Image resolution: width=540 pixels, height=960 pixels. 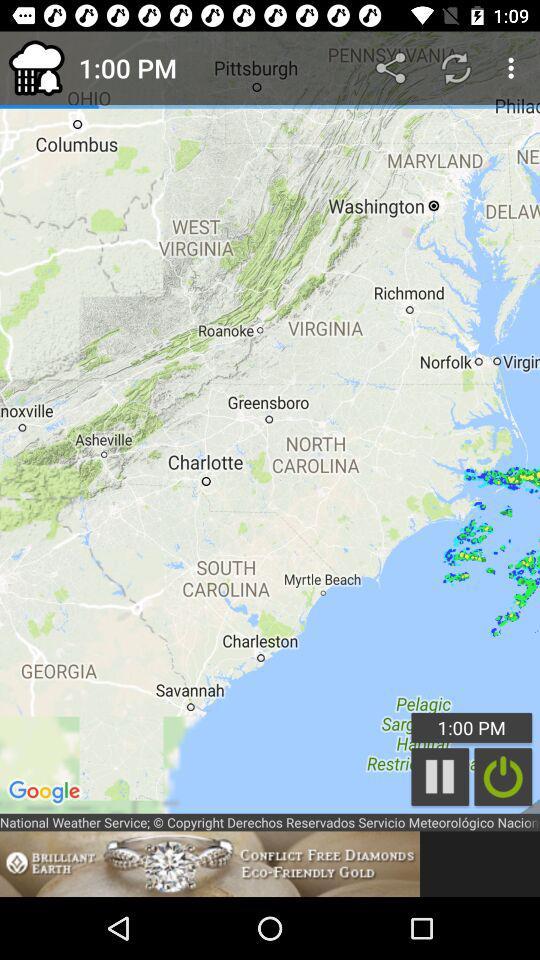 What do you see at coordinates (440, 776) in the screenshot?
I see `the pause icon` at bounding box center [440, 776].